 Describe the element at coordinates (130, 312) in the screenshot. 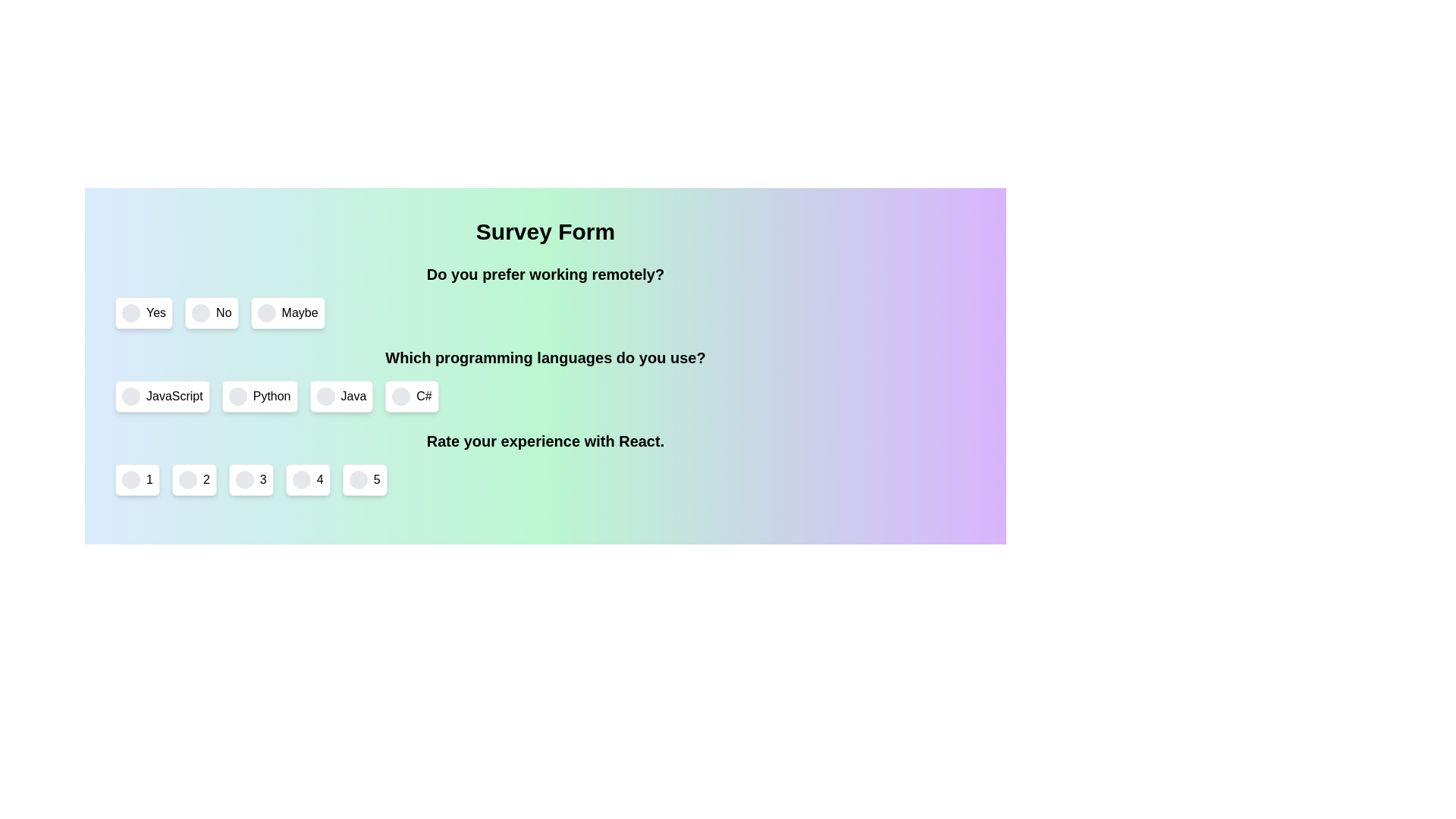

I see `the first radio button labeled 'Yes' in the horizontal group of options` at that location.